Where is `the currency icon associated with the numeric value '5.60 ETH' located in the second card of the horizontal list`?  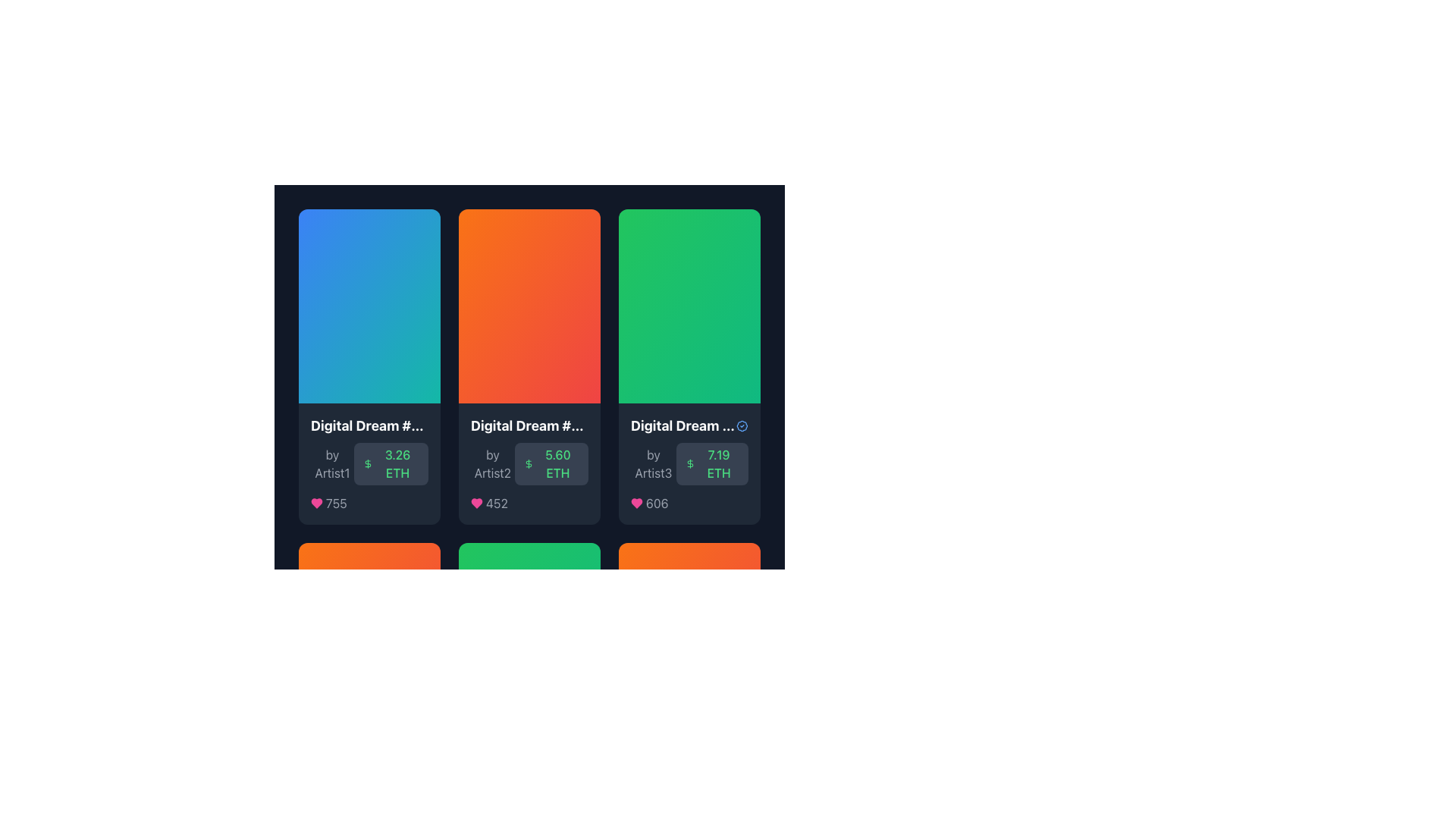
the currency icon associated with the numeric value '5.60 ETH' located in the second card of the horizontal list is located at coordinates (529, 463).